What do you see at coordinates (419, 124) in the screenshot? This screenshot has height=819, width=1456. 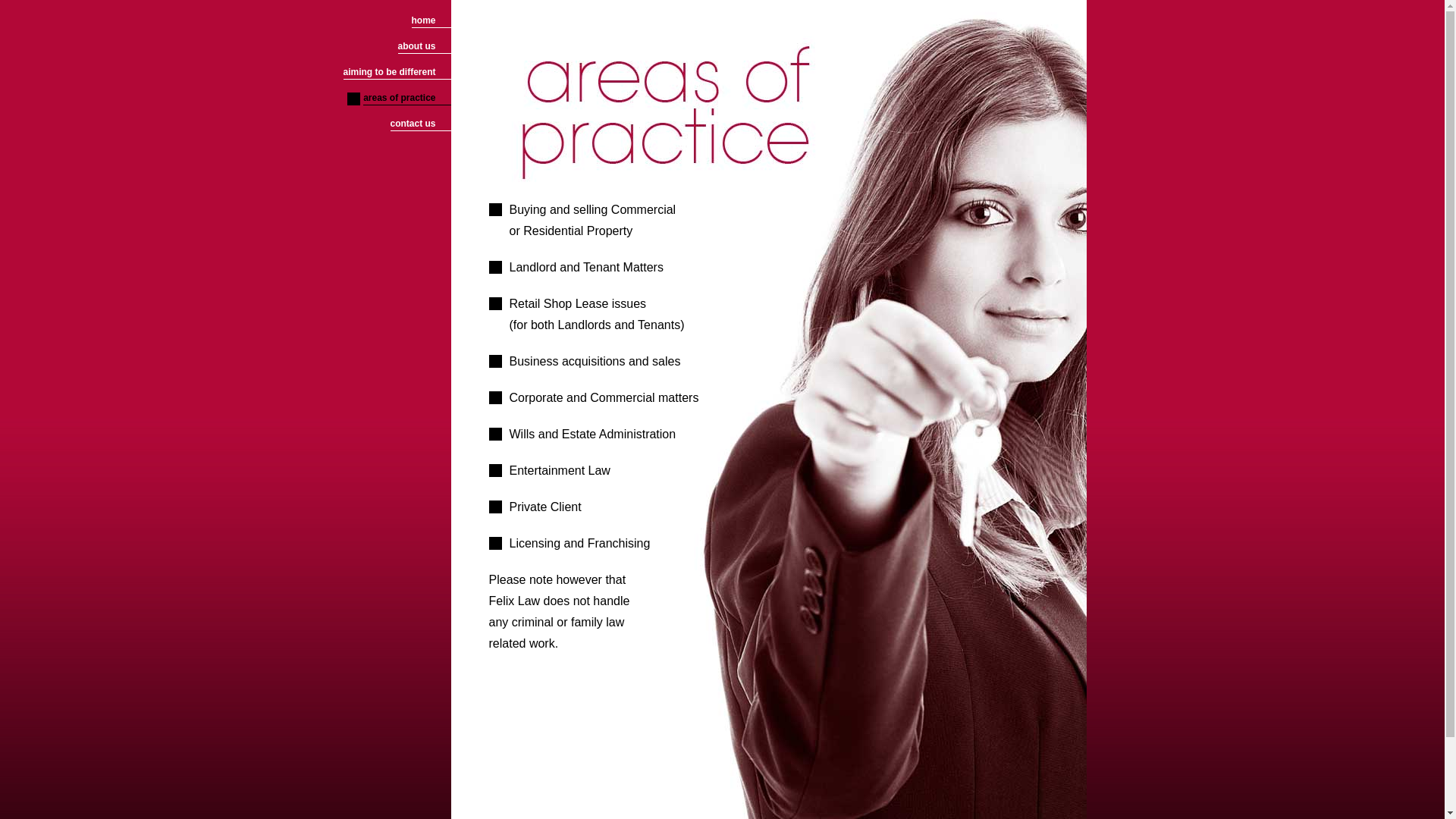 I see `'contact us'` at bounding box center [419, 124].